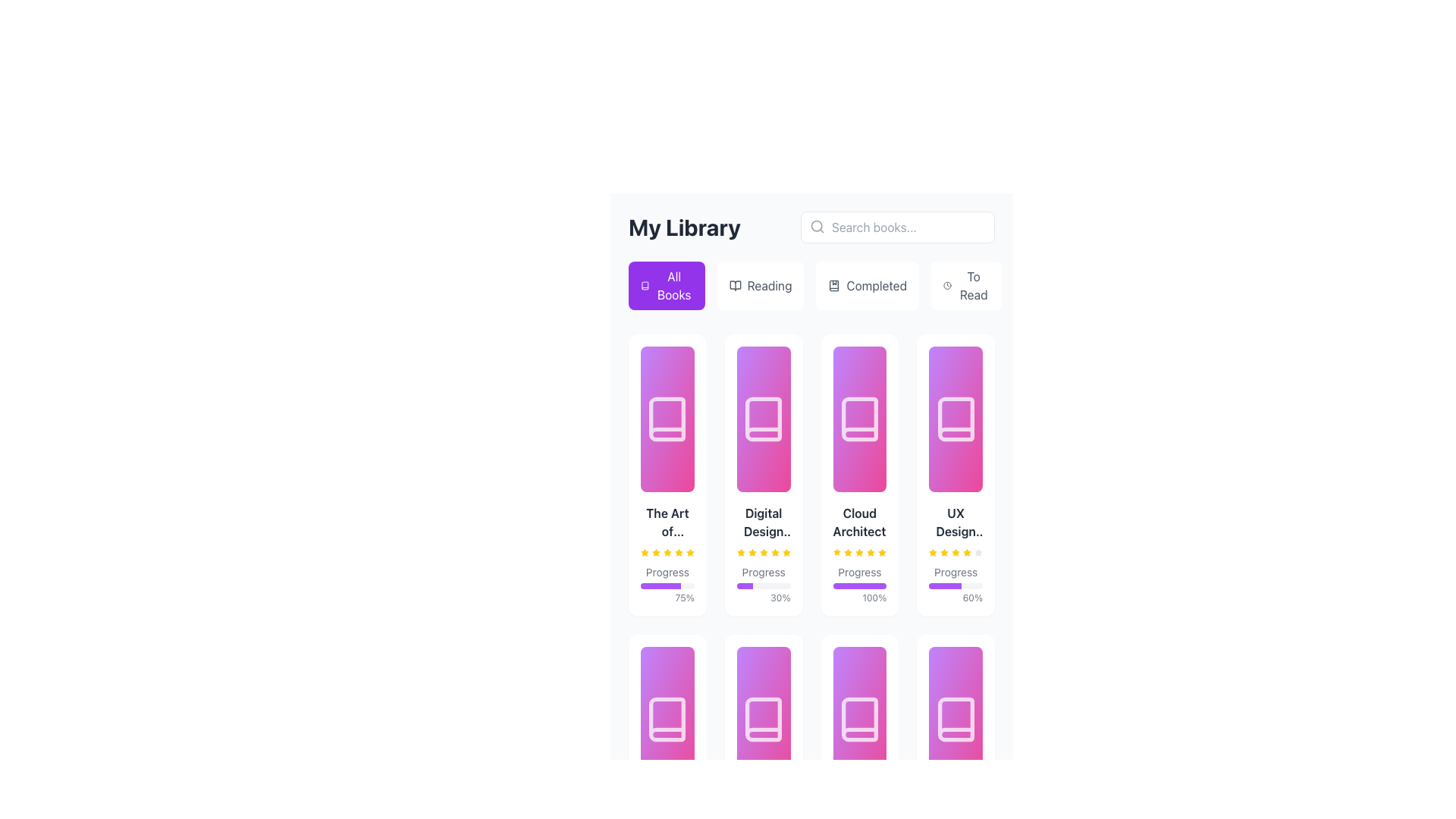 The image size is (1456, 819). Describe the element at coordinates (678, 552) in the screenshot. I see `the fifth rating star for the book titled 'The Art of...' in the 'My Library' section` at that location.